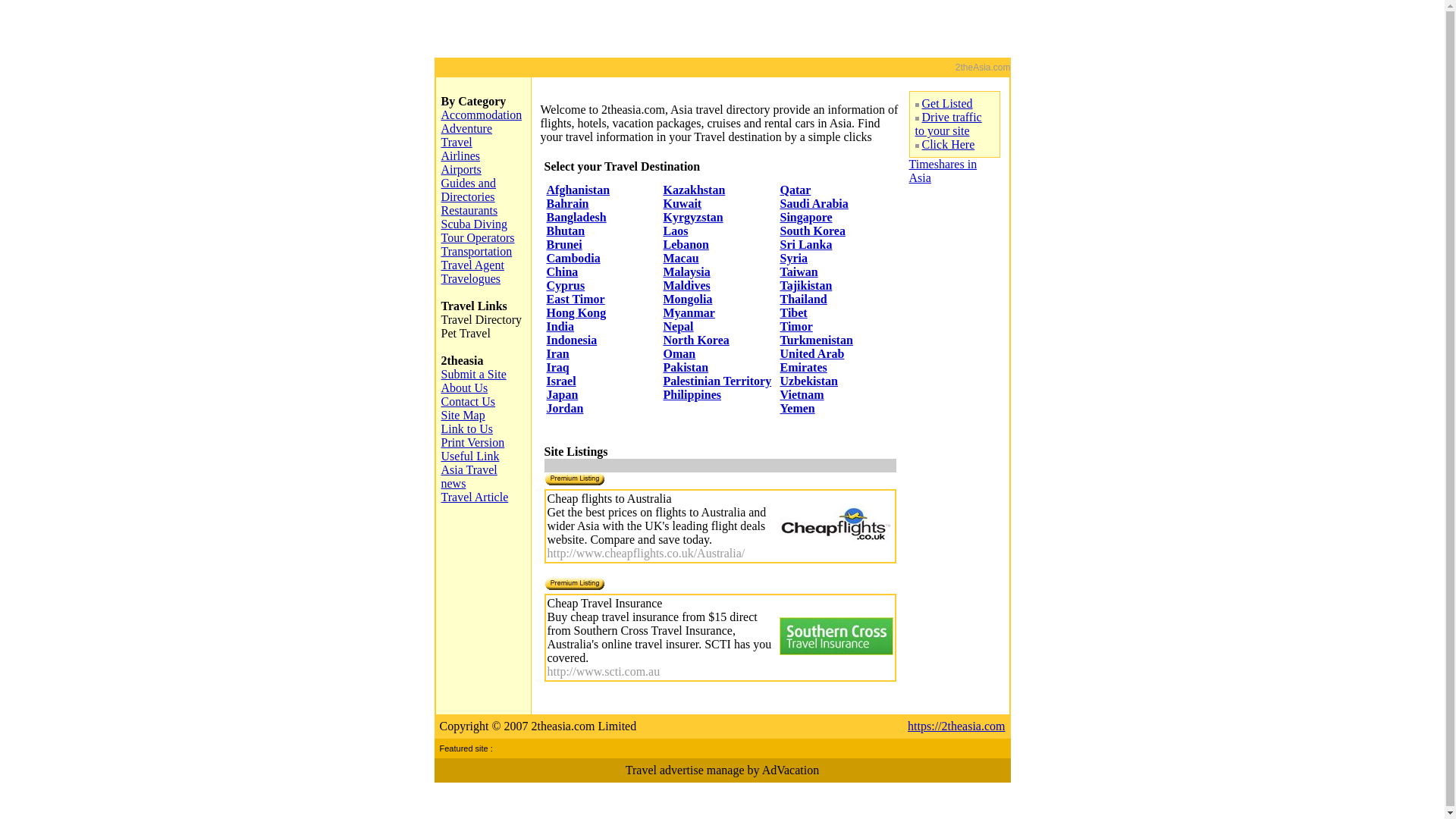 Image resolution: width=1456 pixels, height=819 pixels. Describe the element at coordinates (802, 299) in the screenshot. I see `'Thailand'` at that location.